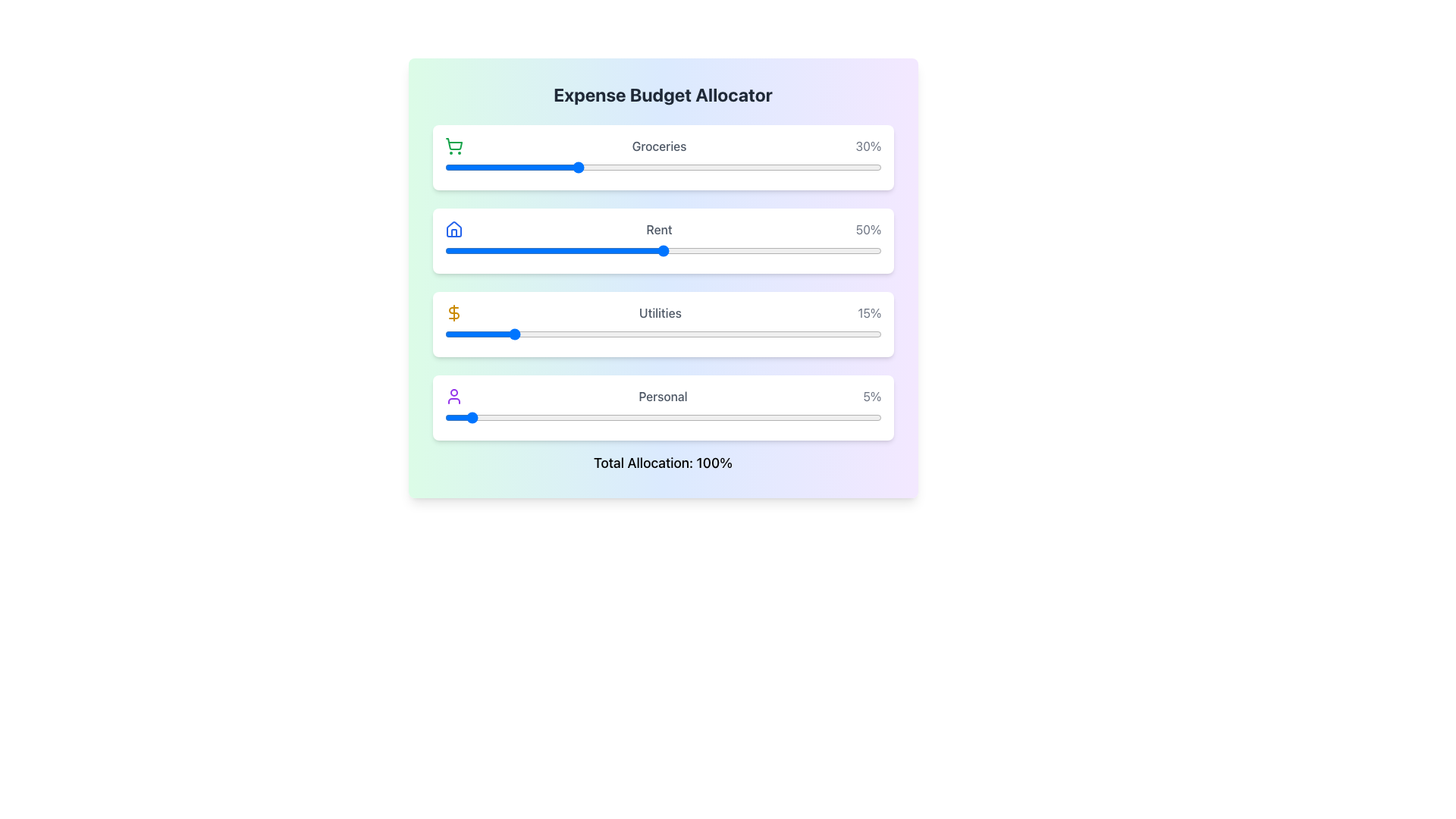 Image resolution: width=1456 pixels, height=819 pixels. Describe the element at coordinates (868, 230) in the screenshot. I see `the static text element displaying '50%' which is positioned to the right of the blue slider in the 'Rent' section of the main allocation interface` at that location.